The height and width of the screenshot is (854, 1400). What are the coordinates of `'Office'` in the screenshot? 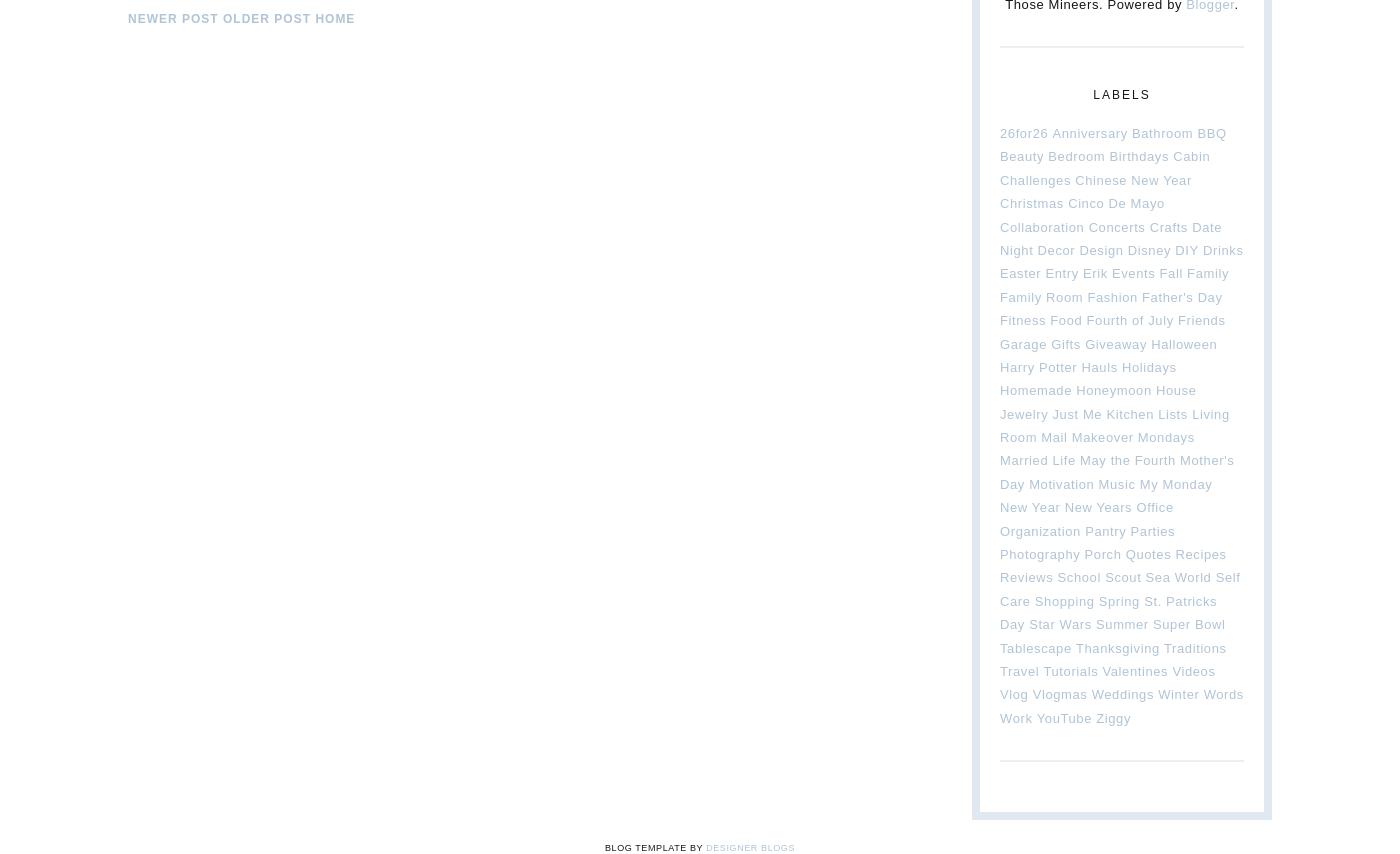 It's located at (1154, 506).